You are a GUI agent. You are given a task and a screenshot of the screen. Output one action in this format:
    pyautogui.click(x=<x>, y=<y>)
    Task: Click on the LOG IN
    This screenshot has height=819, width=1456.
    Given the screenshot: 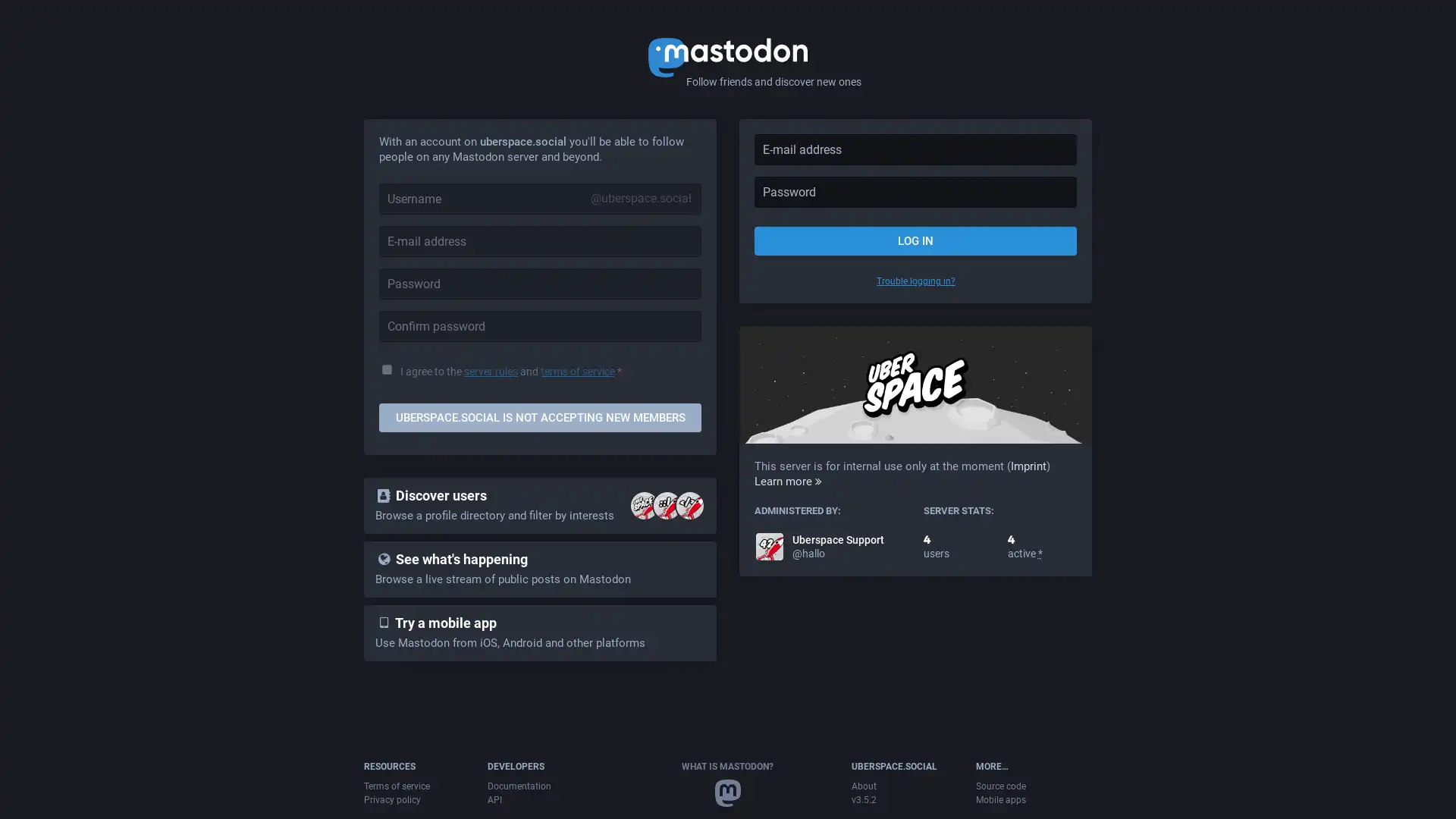 What is the action you would take?
    pyautogui.click(x=915, y=240)
    